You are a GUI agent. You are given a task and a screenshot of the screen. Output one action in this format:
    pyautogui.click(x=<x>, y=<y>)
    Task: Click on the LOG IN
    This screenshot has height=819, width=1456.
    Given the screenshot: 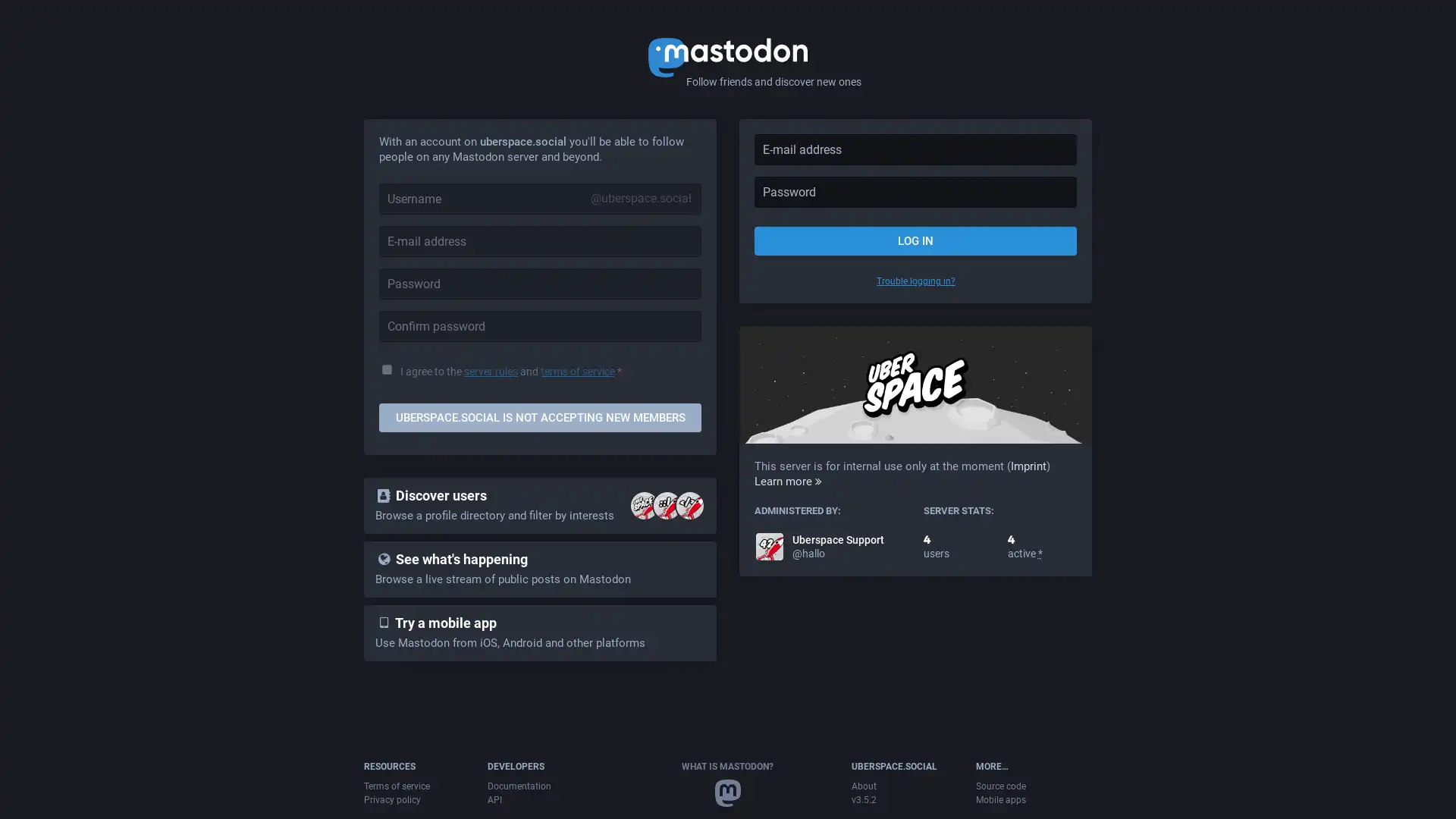 What is the action you would take?
    pyautogui.click(x=915, y=240)
    